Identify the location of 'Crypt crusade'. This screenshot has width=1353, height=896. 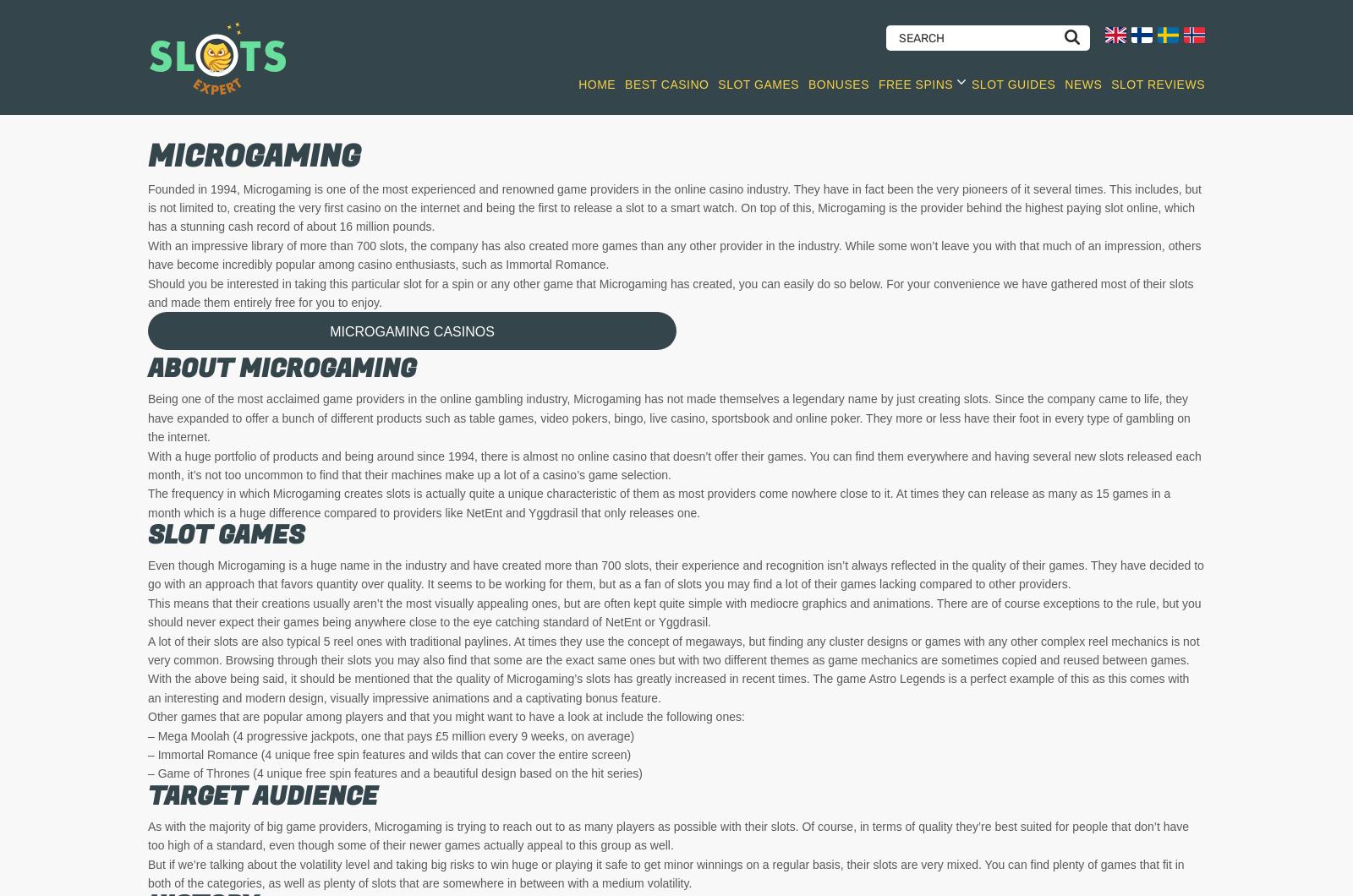
(1115, 796).